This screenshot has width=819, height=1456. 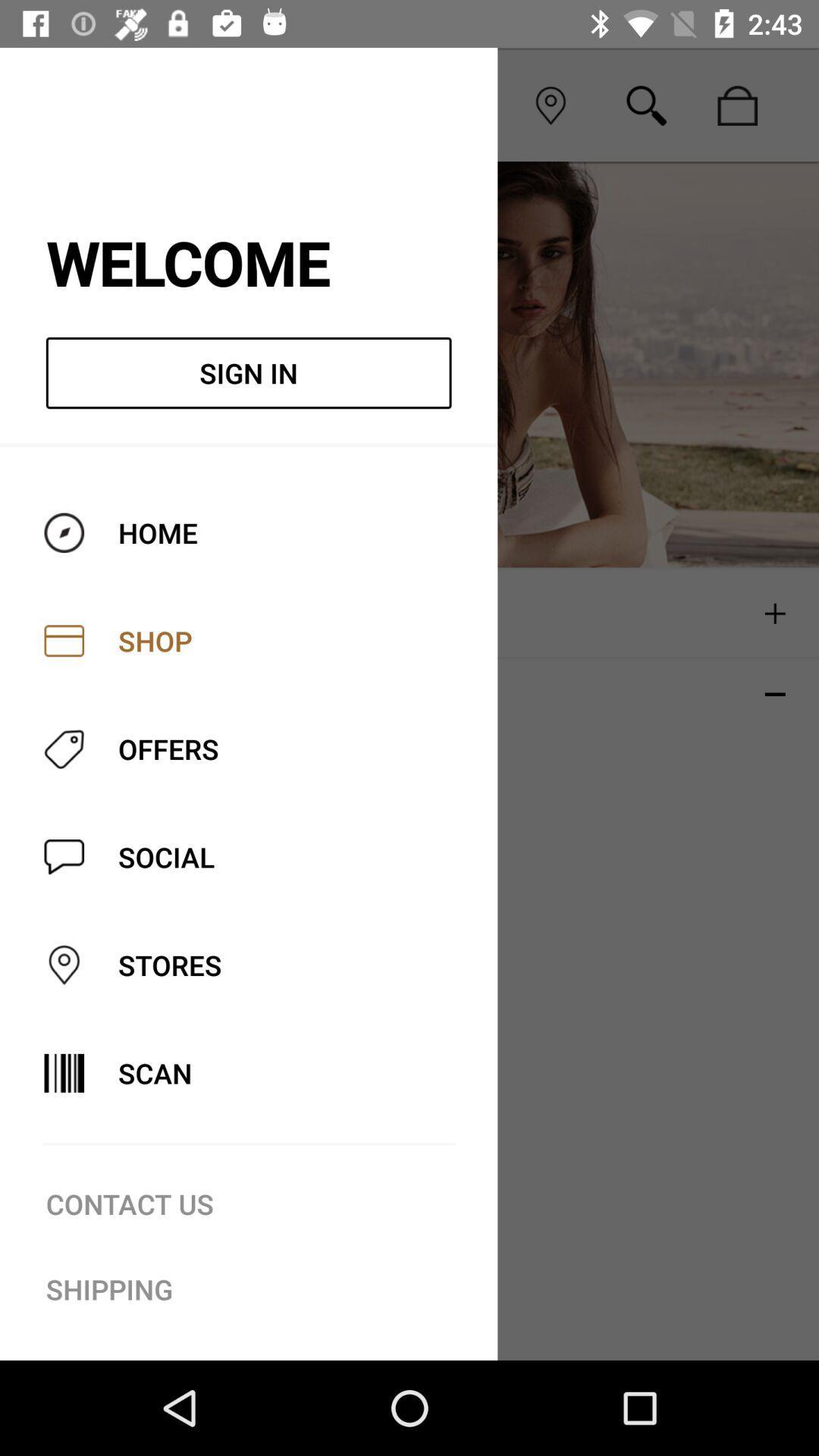 What do you see at coordinates (63, 749) in the screenshot?
I see `offers icon` at bounding box center [63, 749].